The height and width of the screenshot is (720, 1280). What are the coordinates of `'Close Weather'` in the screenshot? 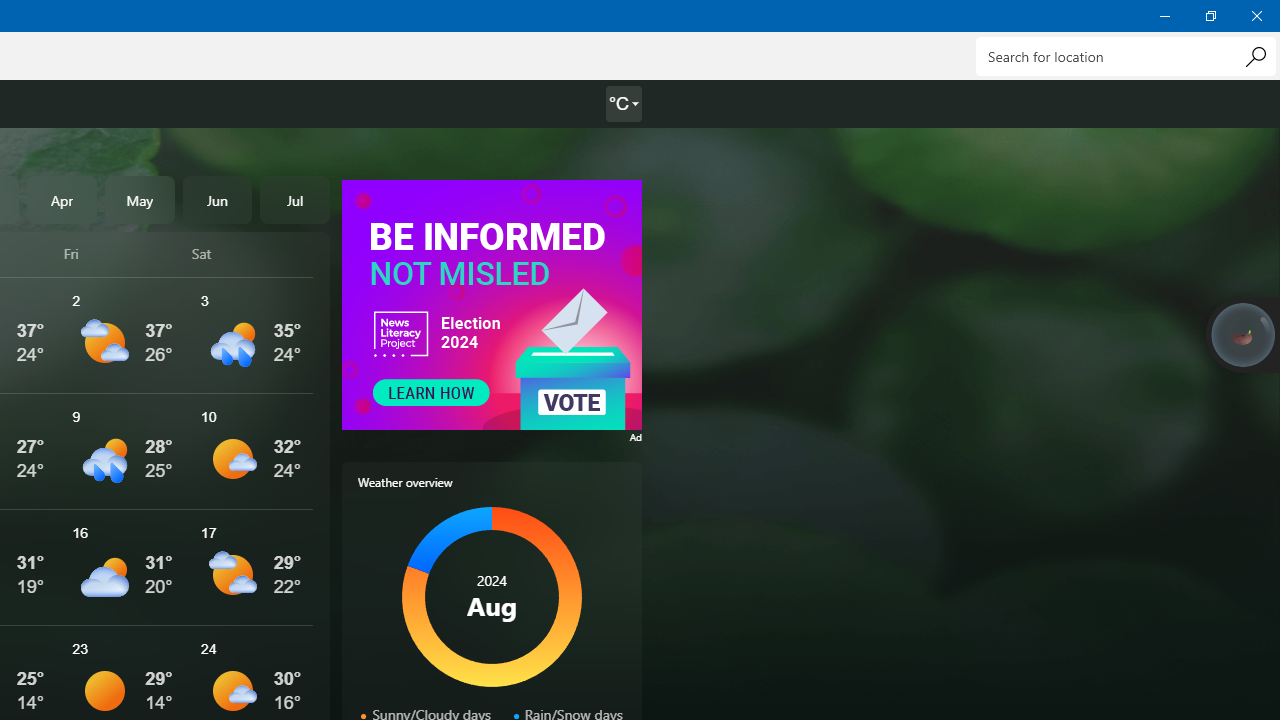 It's located at (1255, 15).